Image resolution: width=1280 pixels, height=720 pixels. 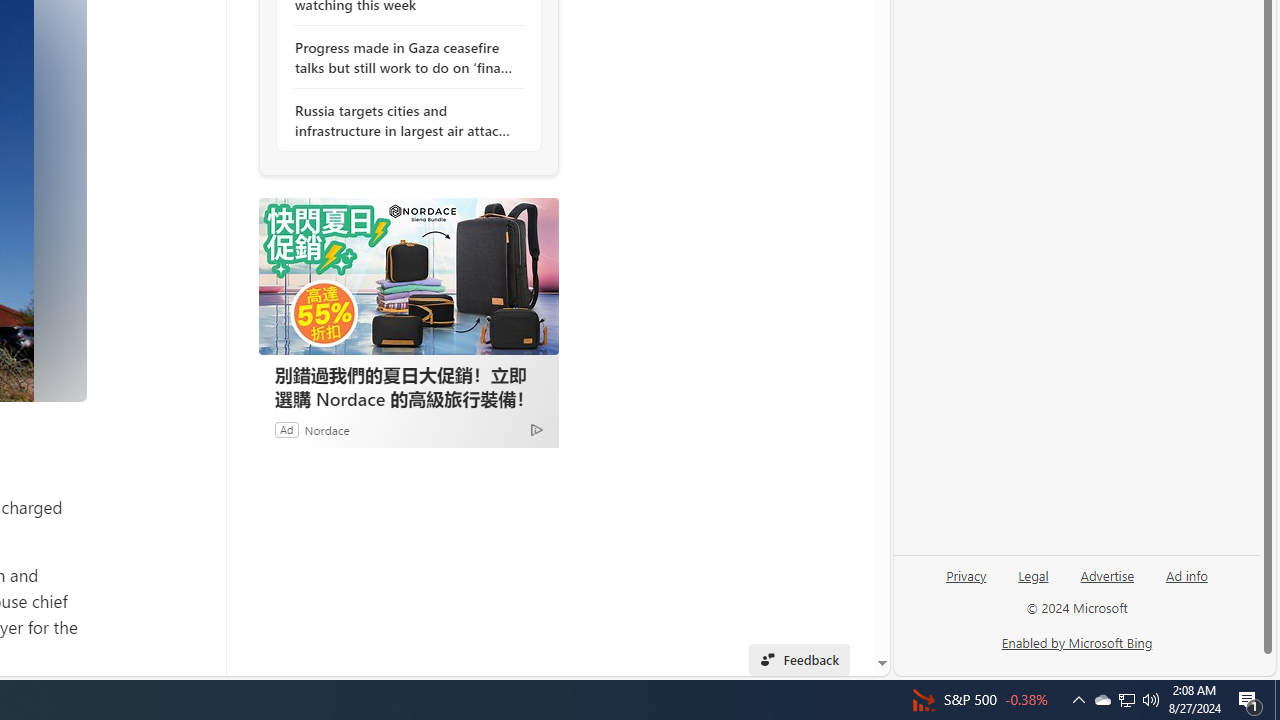 I want to click on 'Ad Choice', so click(x=536, y=428).